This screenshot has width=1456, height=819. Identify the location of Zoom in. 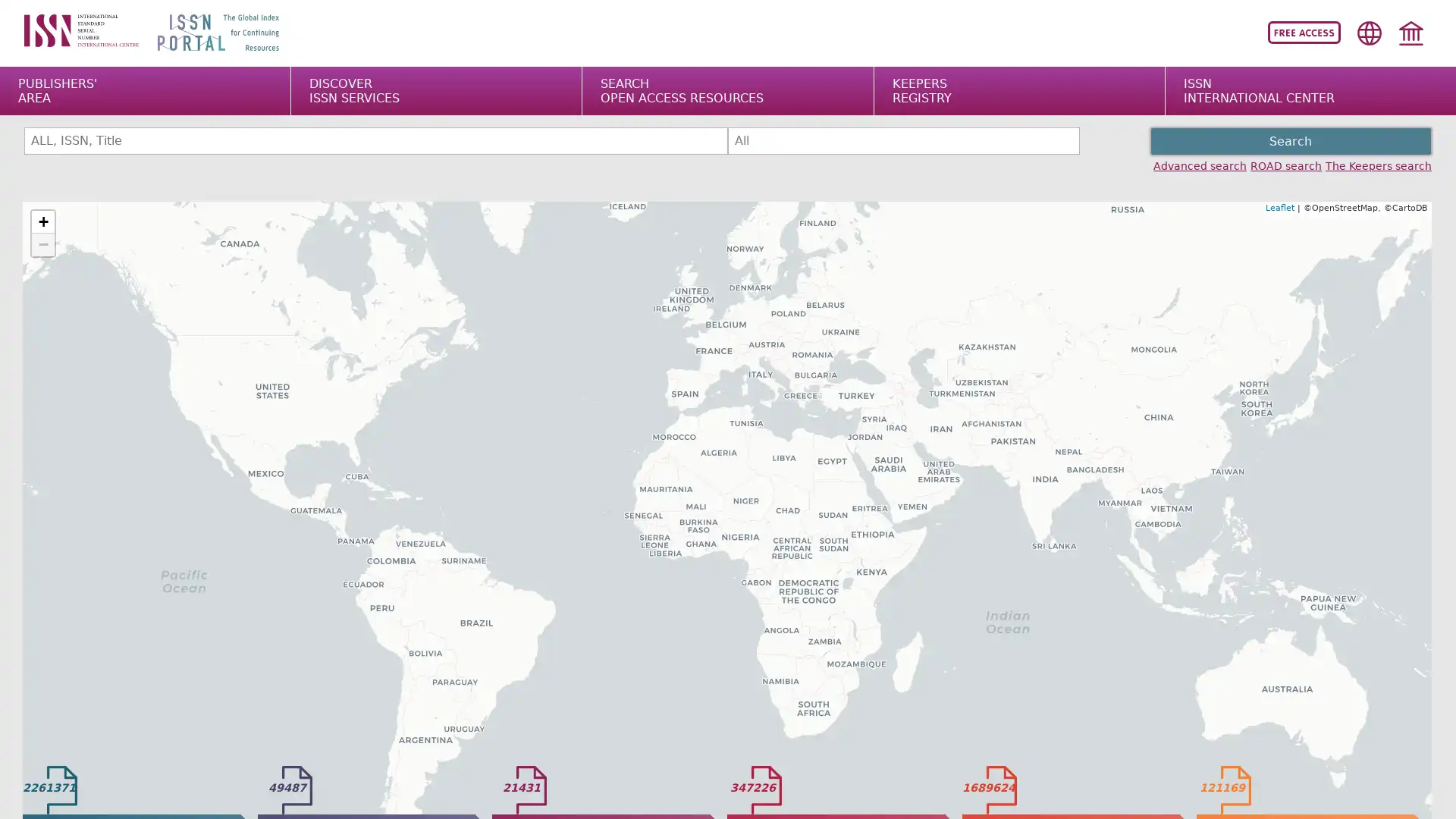
(43, 222).